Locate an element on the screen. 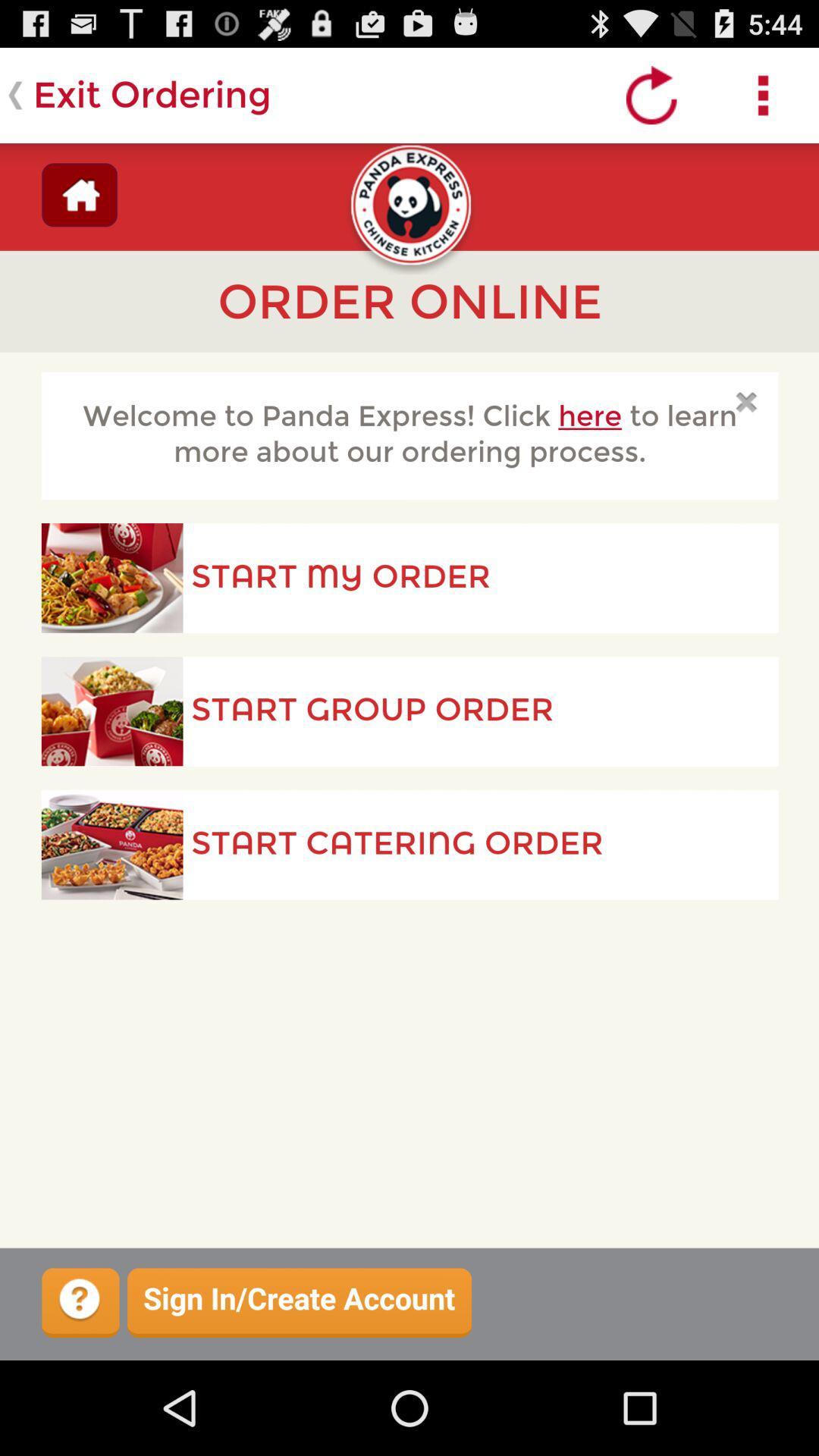 Image resolution: width=819 pixels, height=1456 pixels. open settings is located at coordinates (763, 94).